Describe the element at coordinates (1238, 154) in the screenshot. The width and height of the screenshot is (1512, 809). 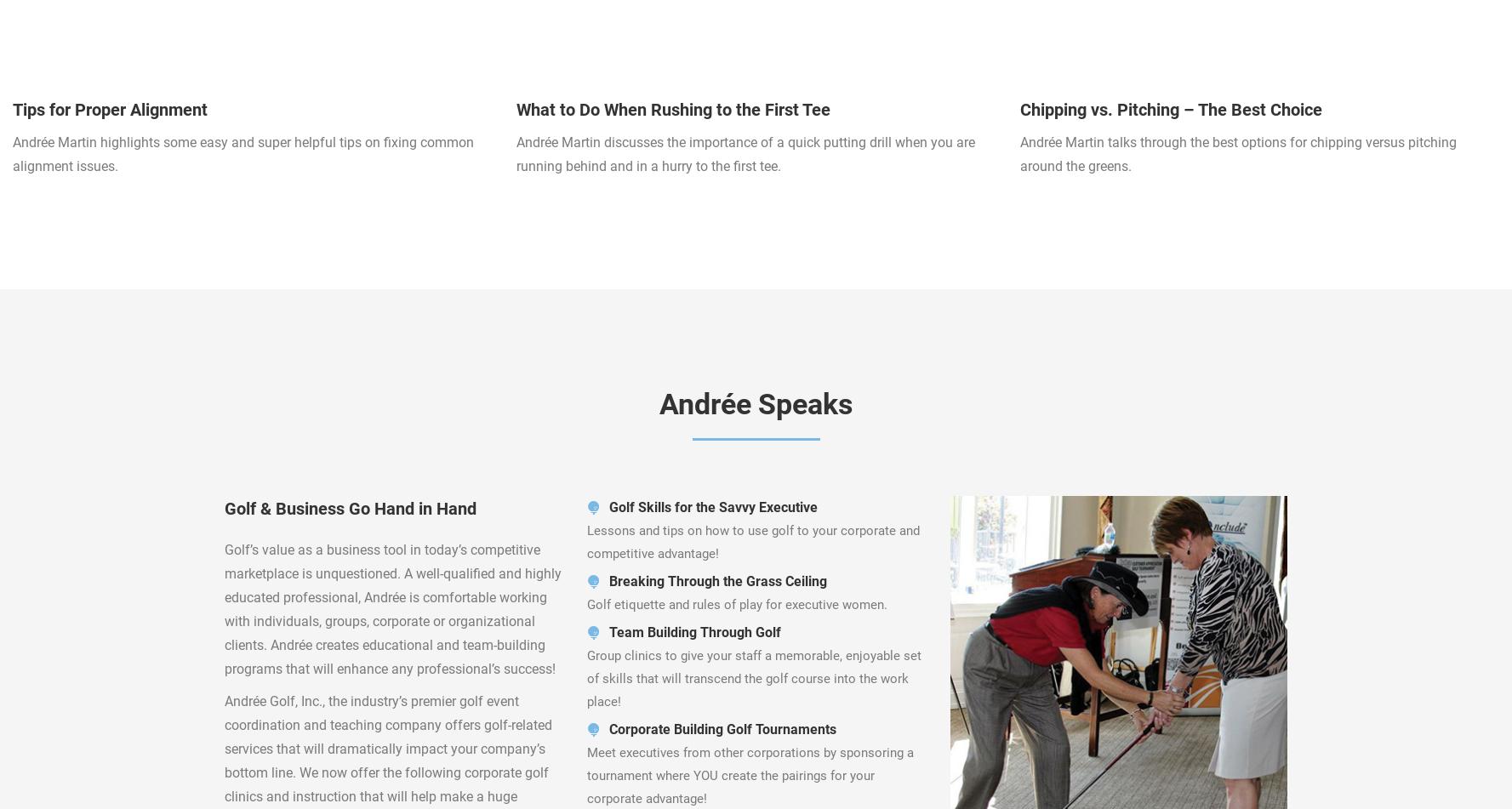
I see `'Andrée Martin talks through the best options for chipping versus pitching around the greens.'` at that location.